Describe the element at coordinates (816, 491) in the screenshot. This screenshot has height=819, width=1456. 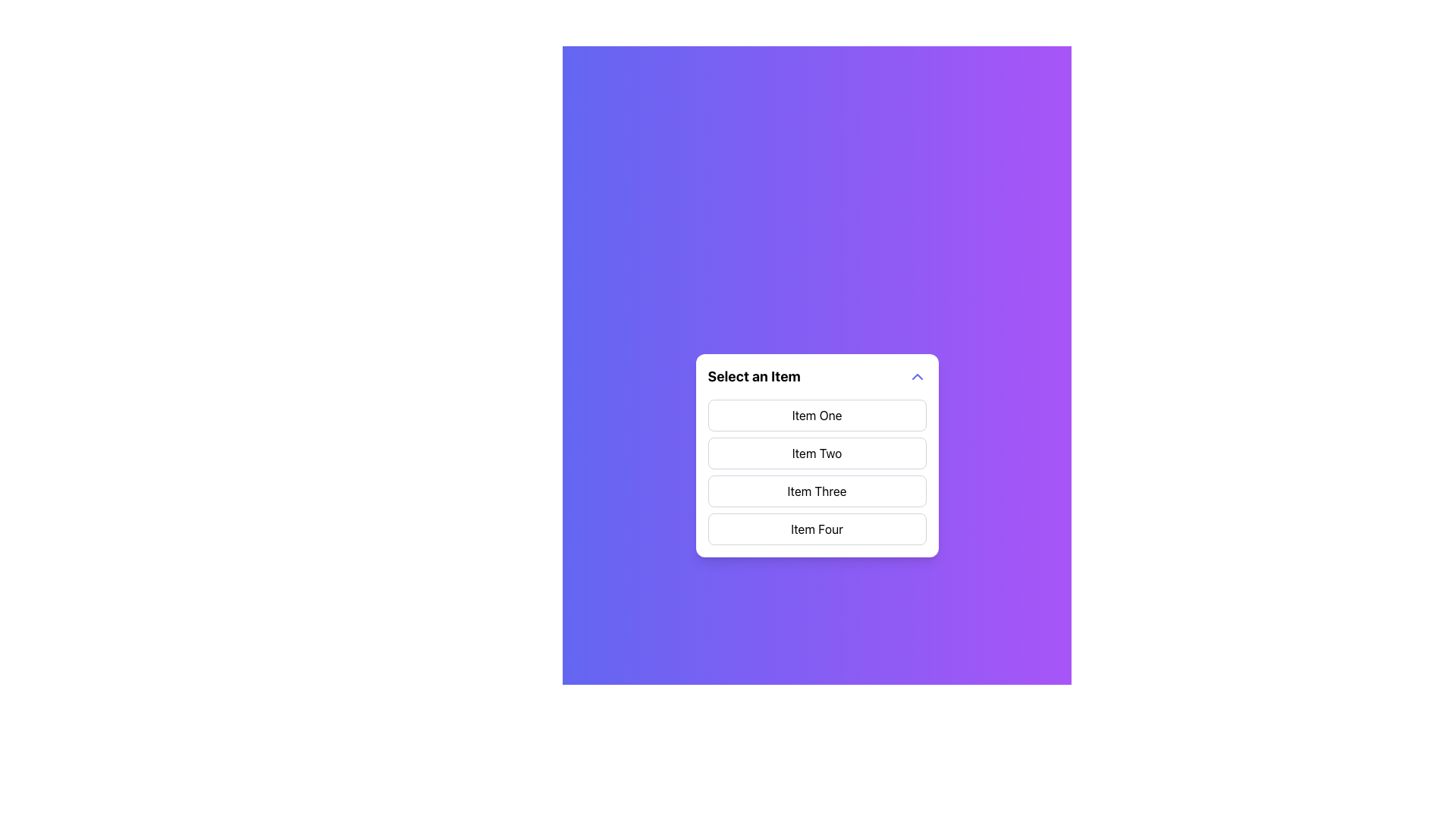
I see `the button labeled 'Item Three' in the vertical list` at that location.